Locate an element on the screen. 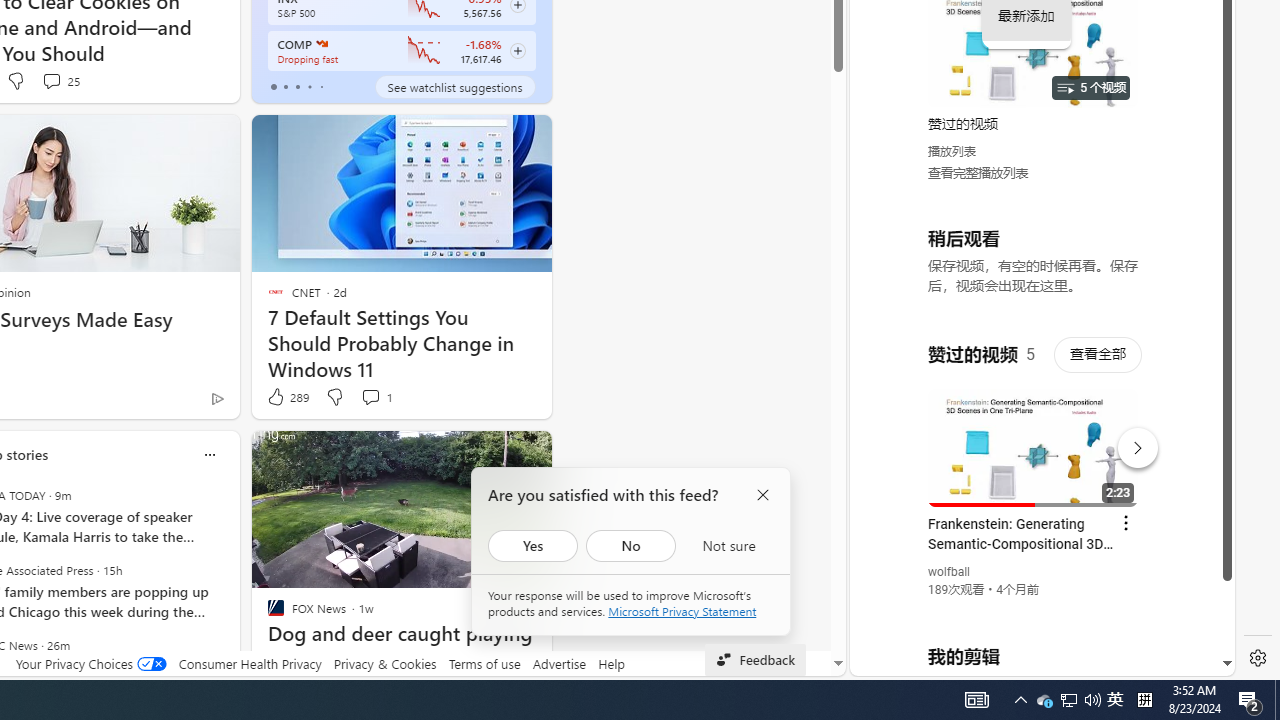  'View comments 25 Comment' is located at coordinates (60, 80).